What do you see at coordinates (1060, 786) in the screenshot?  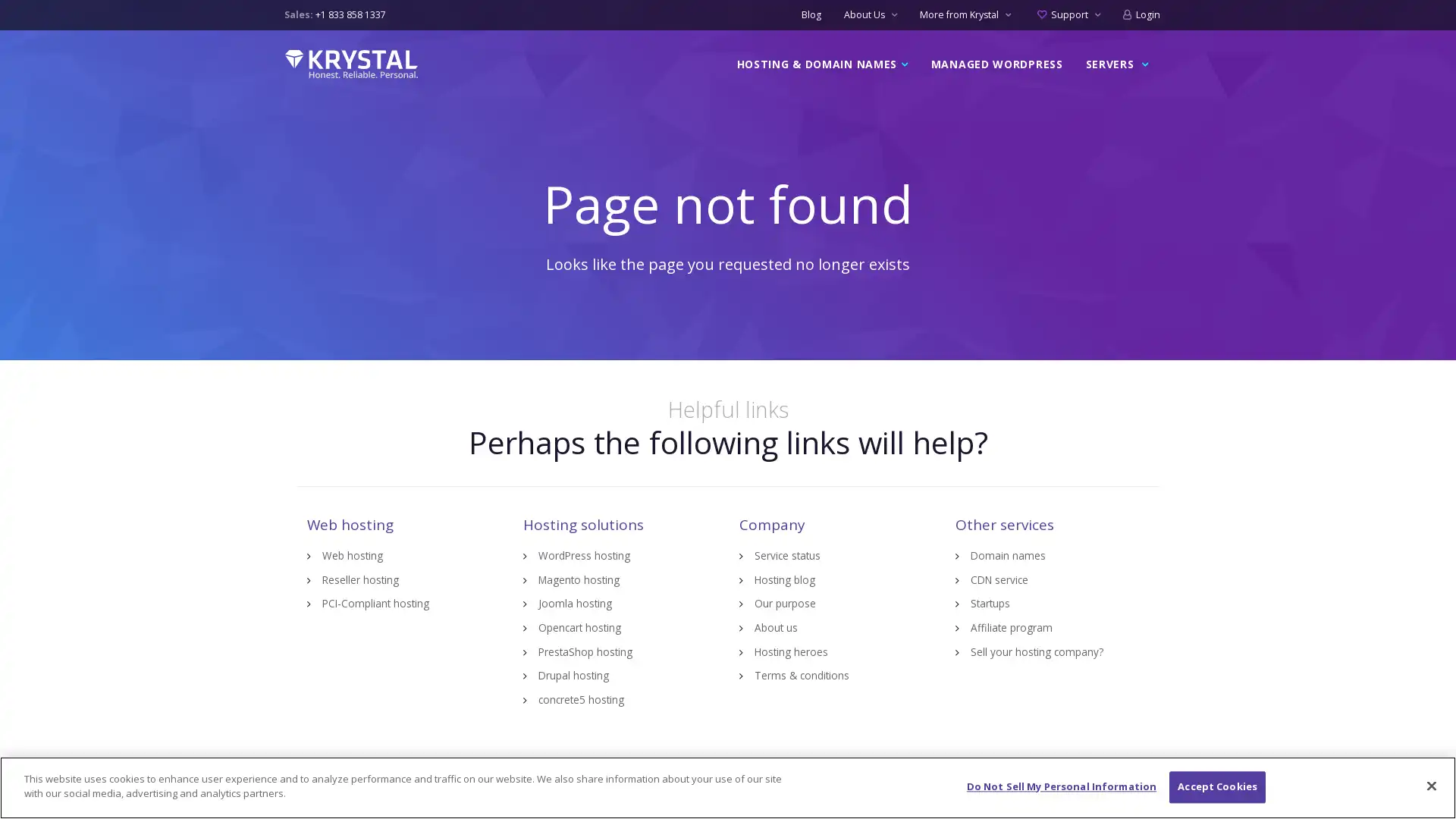 I see `Do Not Sell My Personal Information` at bounding box center [1060, 786].